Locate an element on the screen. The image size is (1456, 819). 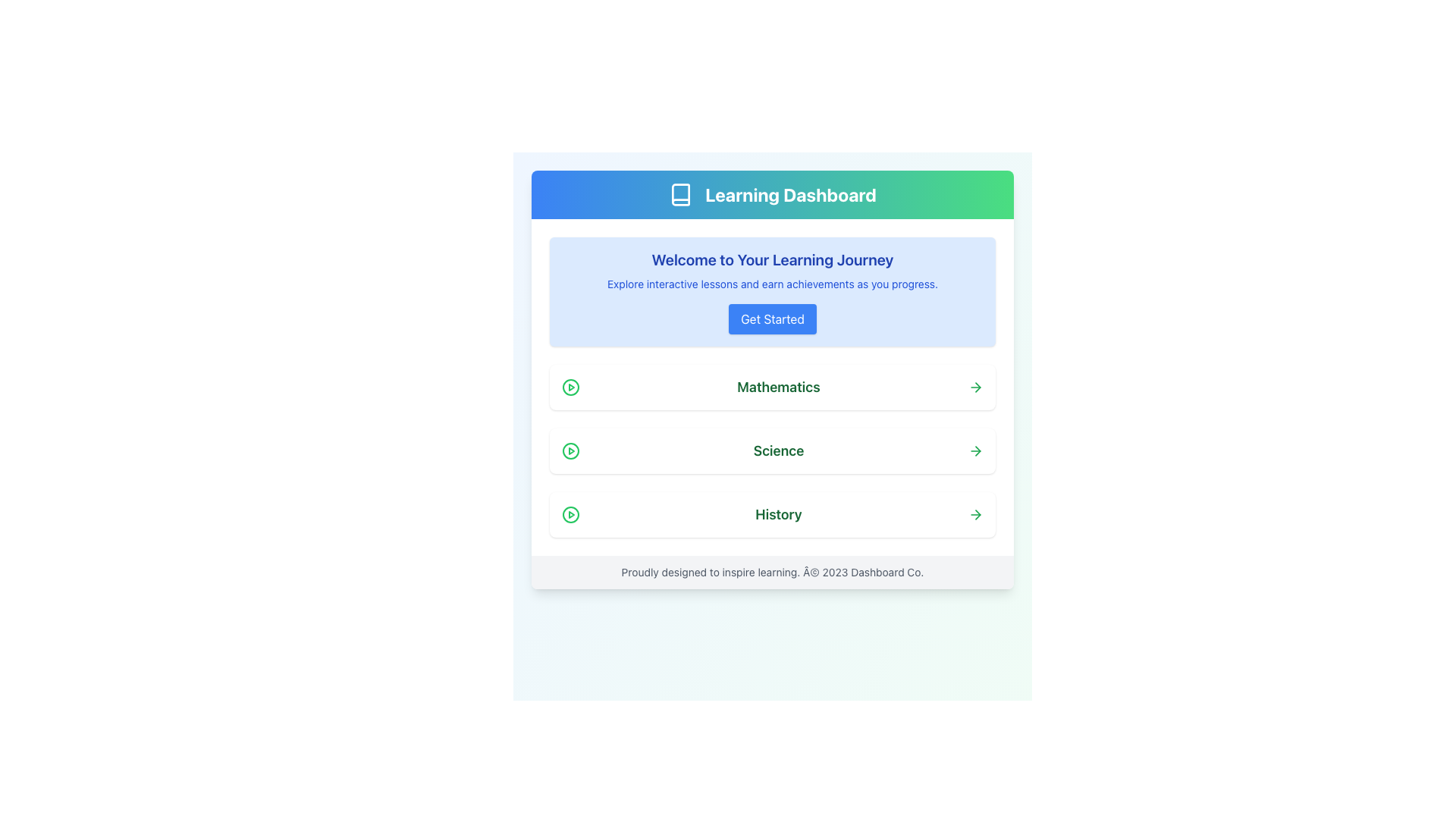
the central button that initiates the user's learning journey, located below the message 'Explore interactive lessons and earn achievements as you progress.' is located at coordinates (772, 318).